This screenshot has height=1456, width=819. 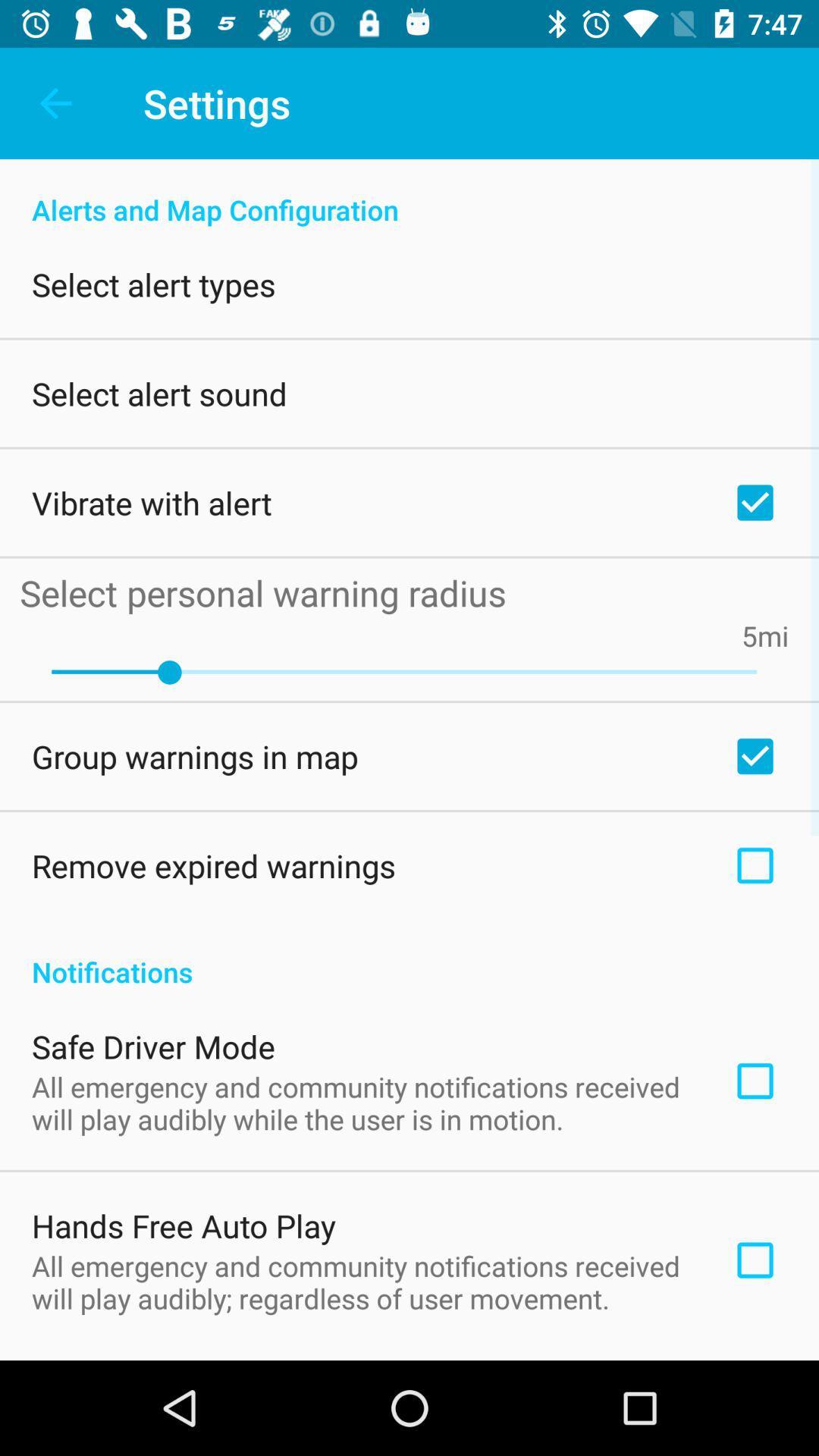 I want to click on icon below all emergency and app, so click(x=409, y=1356).